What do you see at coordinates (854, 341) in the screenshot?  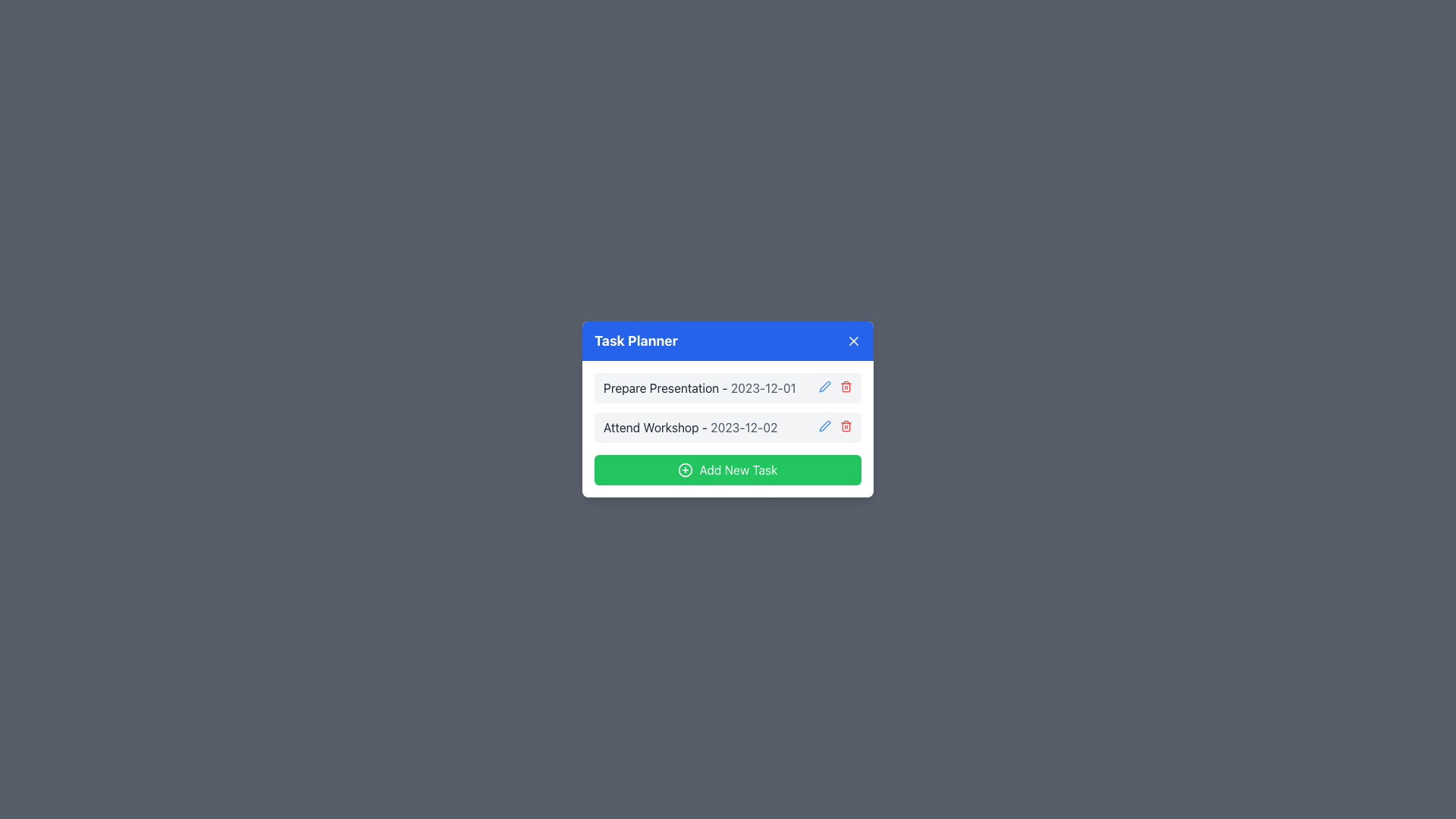 I see `the close/dismiss icon located in the top-right corner of the 'Task Planner' header to change its appearance` at bounding box center [854, 341].